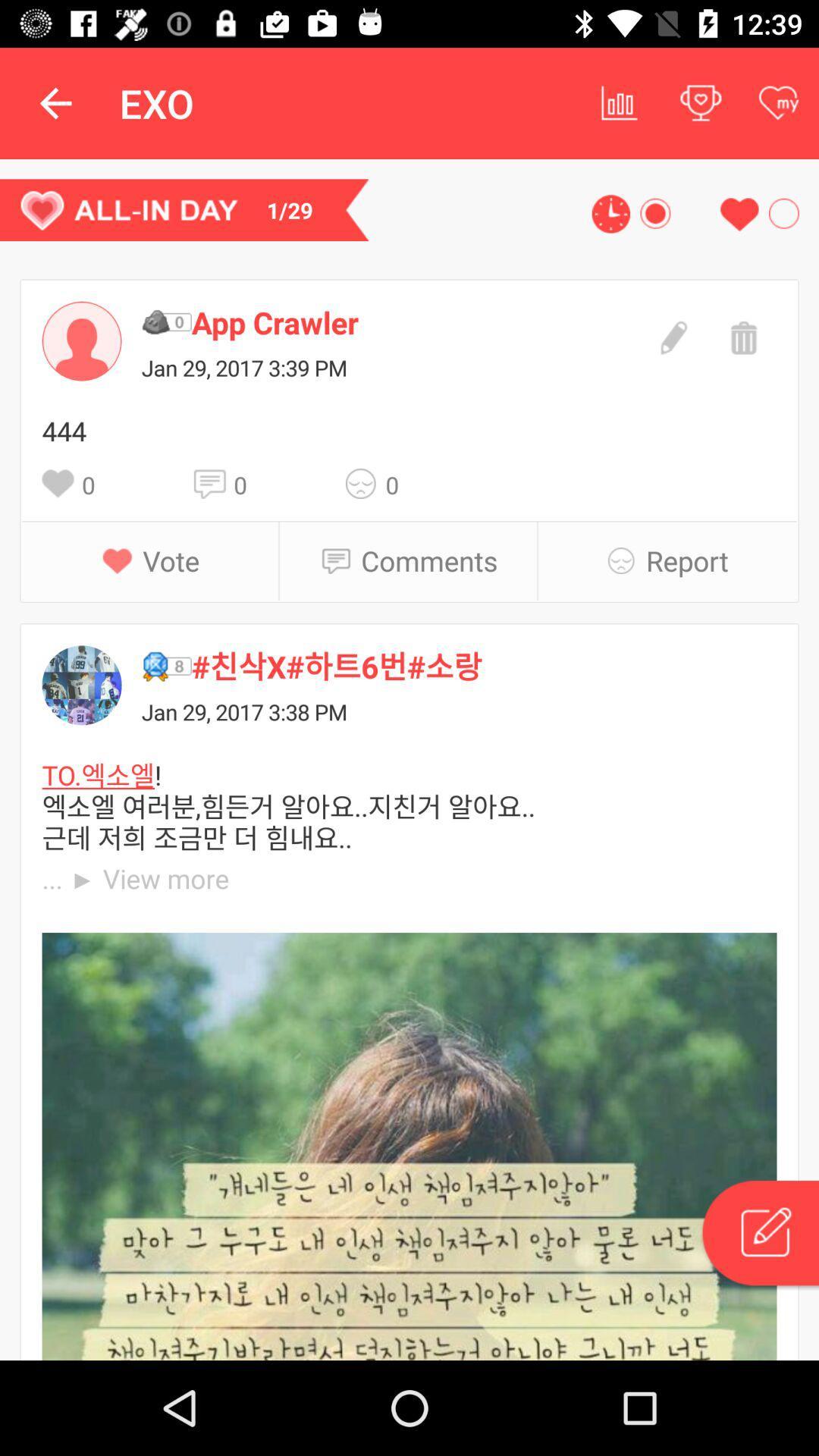 The width and height of the screenshot is (819, 1456). What do you see at coordinates (620, 102) in the screenshot?
I see `the app next to exo` at bounding box center [620, 102].